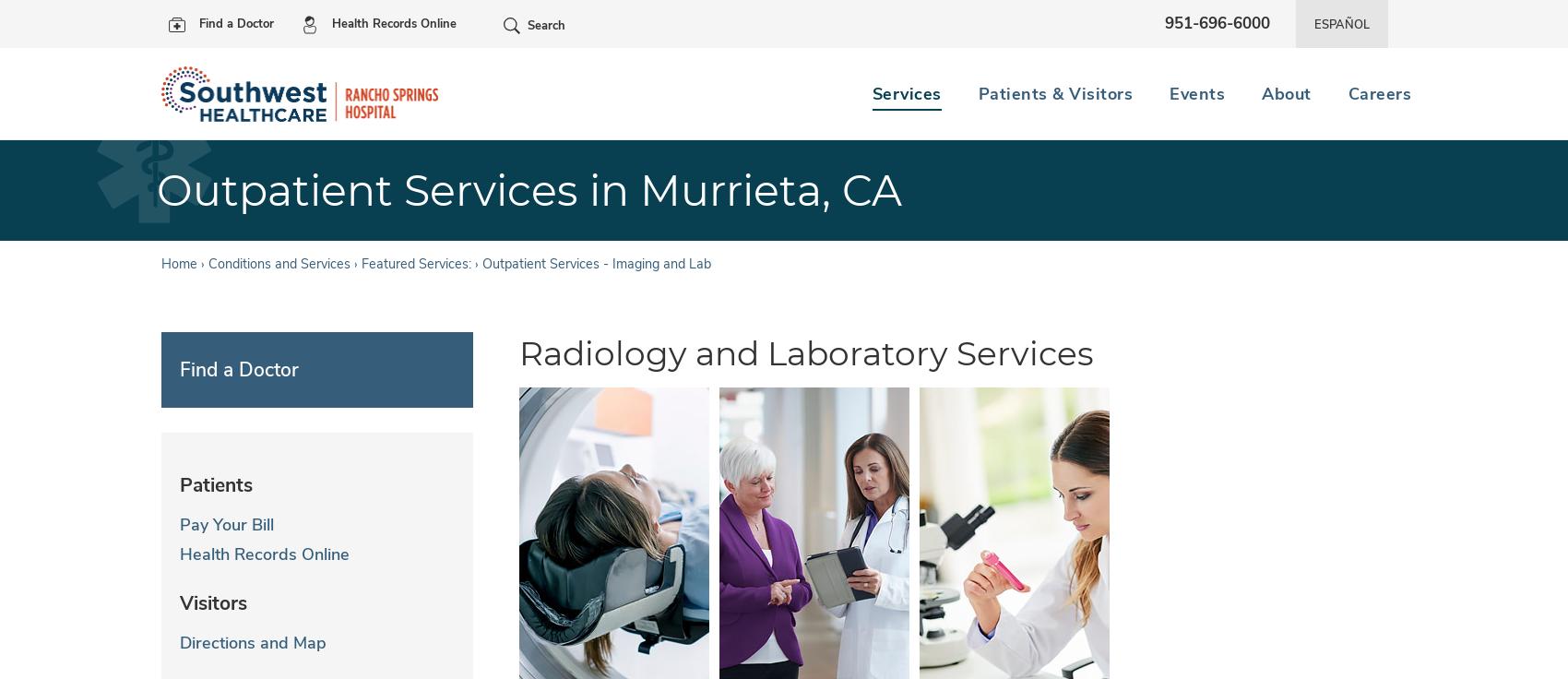 The width and height of the screenshot is (1568, 679). What do you see at coordinates (422, 263) in the screenshot?
I see `'Featured Services: ›'` at bounding box center [422, 263].